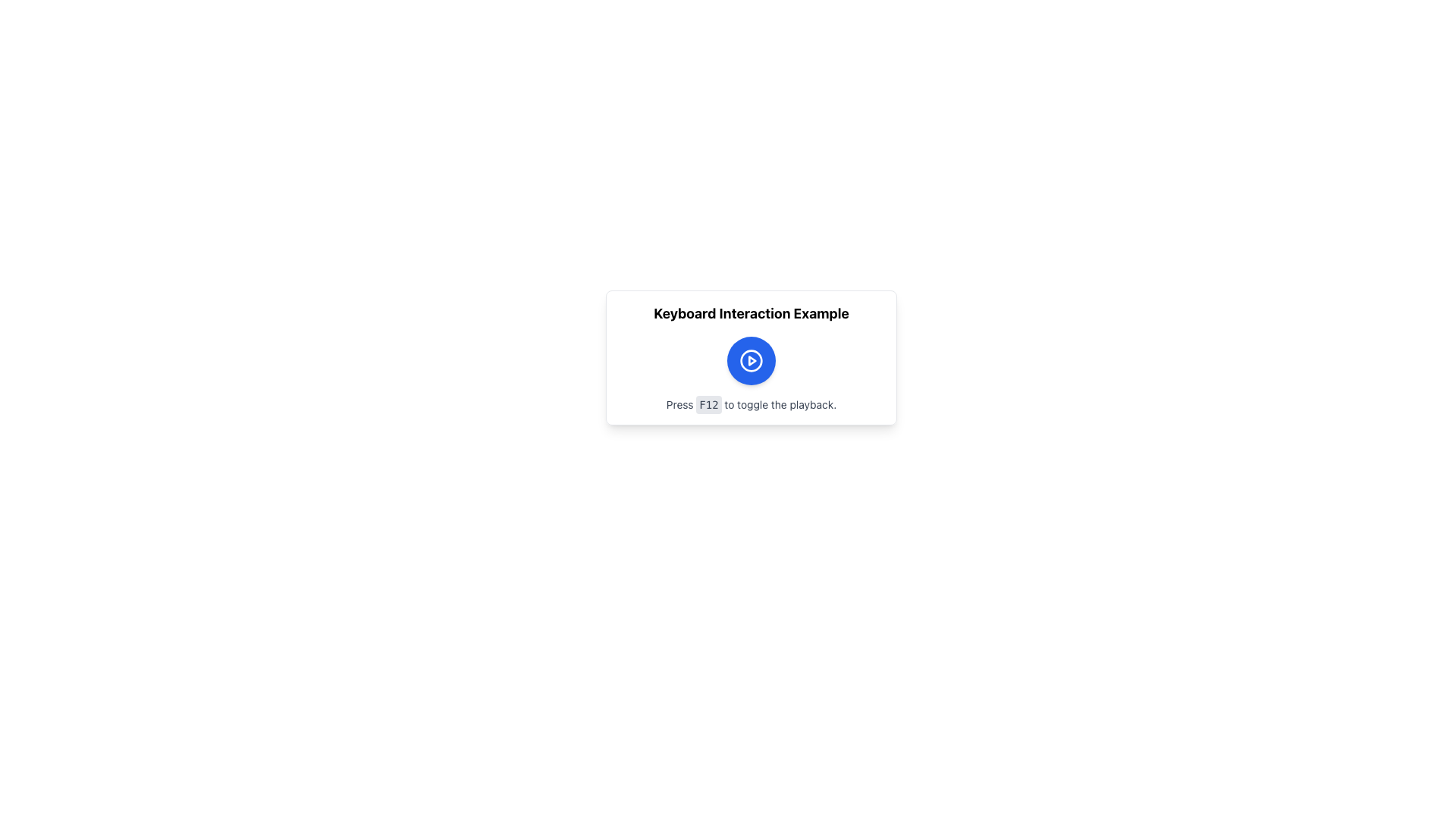 The image size is (1456, 819). Describe the element at coordinates (751, 360) in the screenshot. I see `the play/start button located beneath the title 'Keyboard Interaction Example' and above the text 'Press F12 to toggle the playback.'` at that location.